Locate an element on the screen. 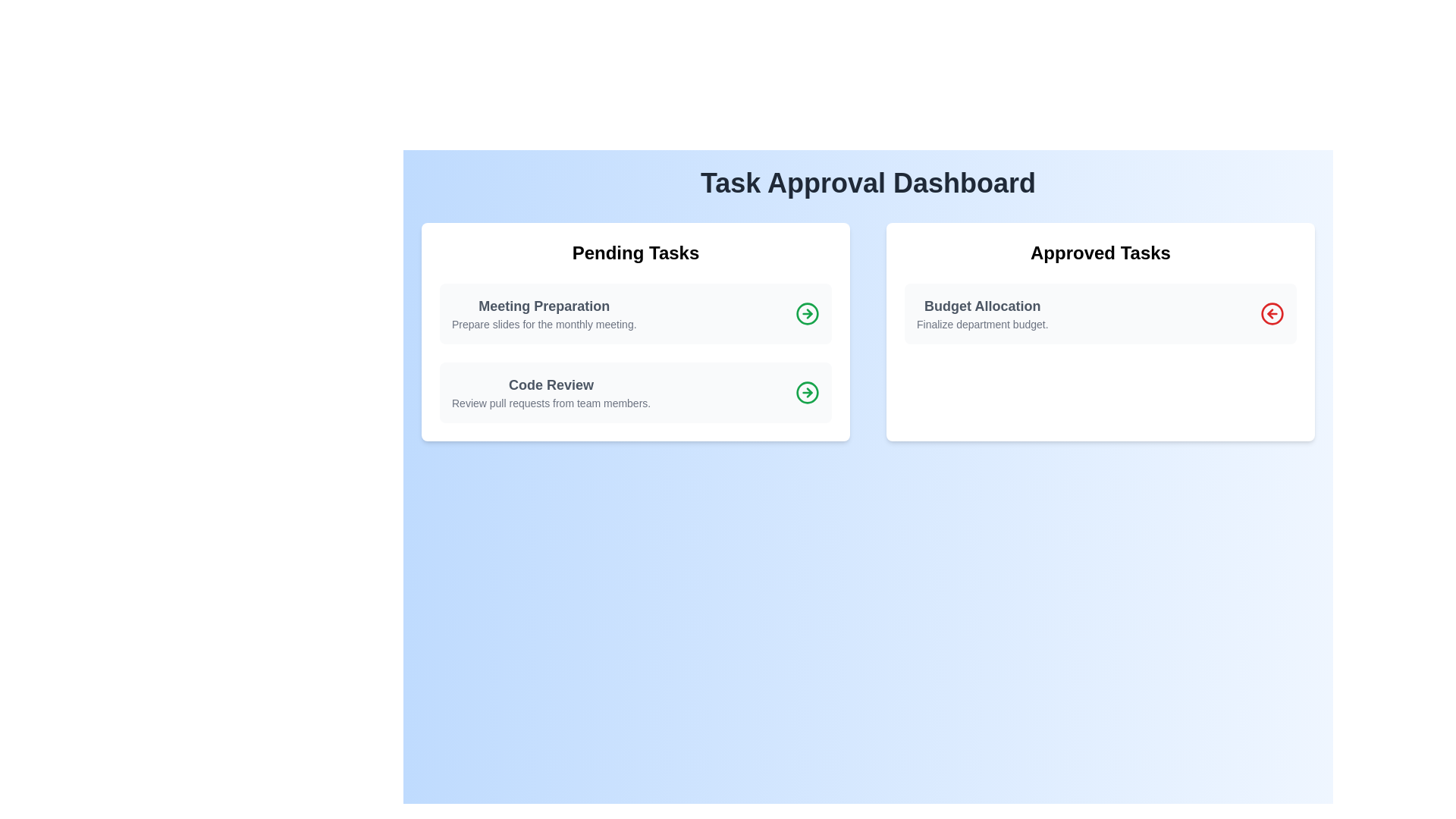 The width and height of the screenshot is (1456, 819). the text label displaying 'Budget Allocation' in bold gray font located in the right panel labeled 'Approved Tasks' at the top of its section is located at coordinates (982, 306).